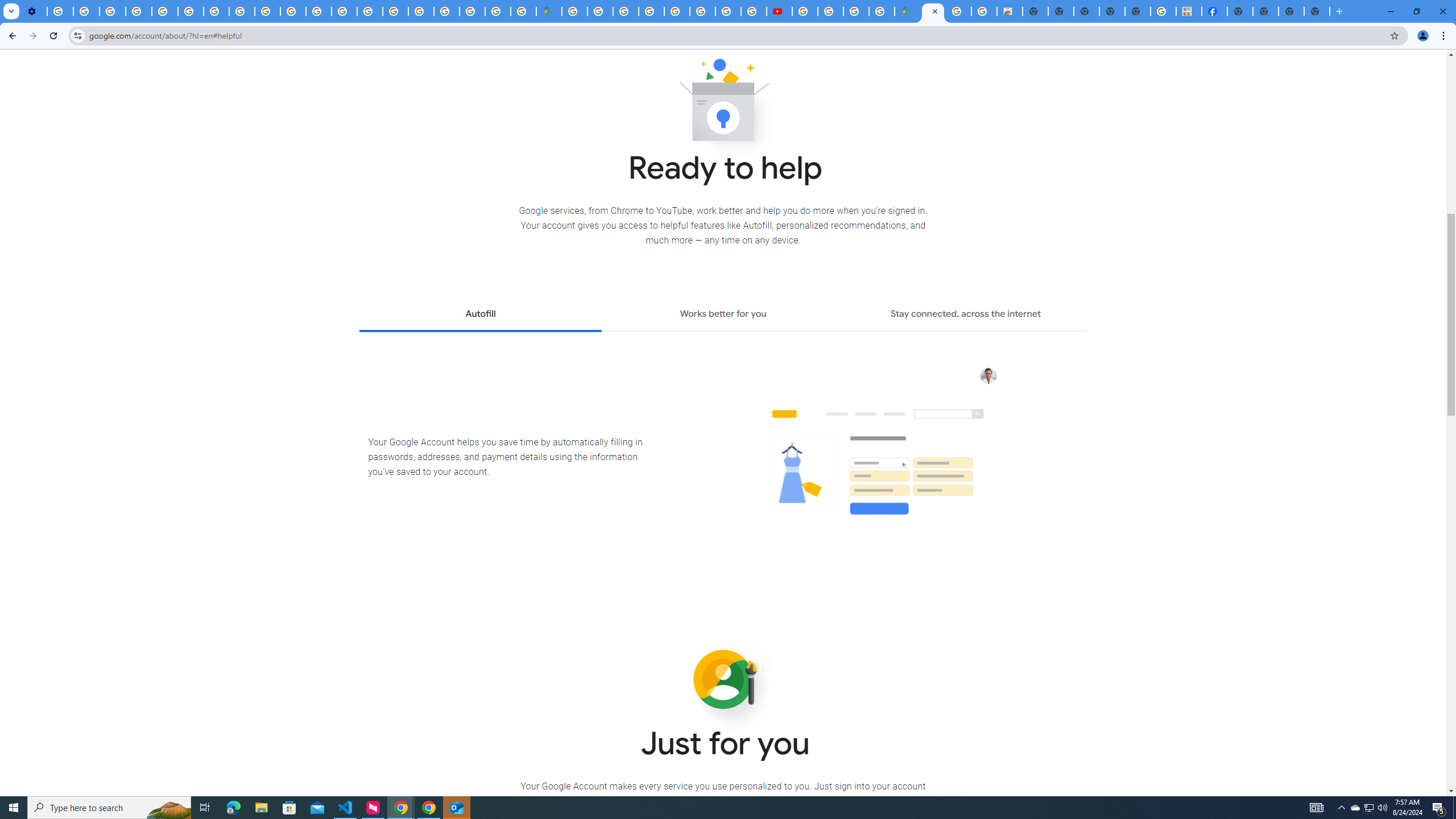 This screenshot has width=1456, height=819. What do you see at coordinates (549, 11) in the screenshot?
I see `'Google Maps'` at bounding box center [549, 11].